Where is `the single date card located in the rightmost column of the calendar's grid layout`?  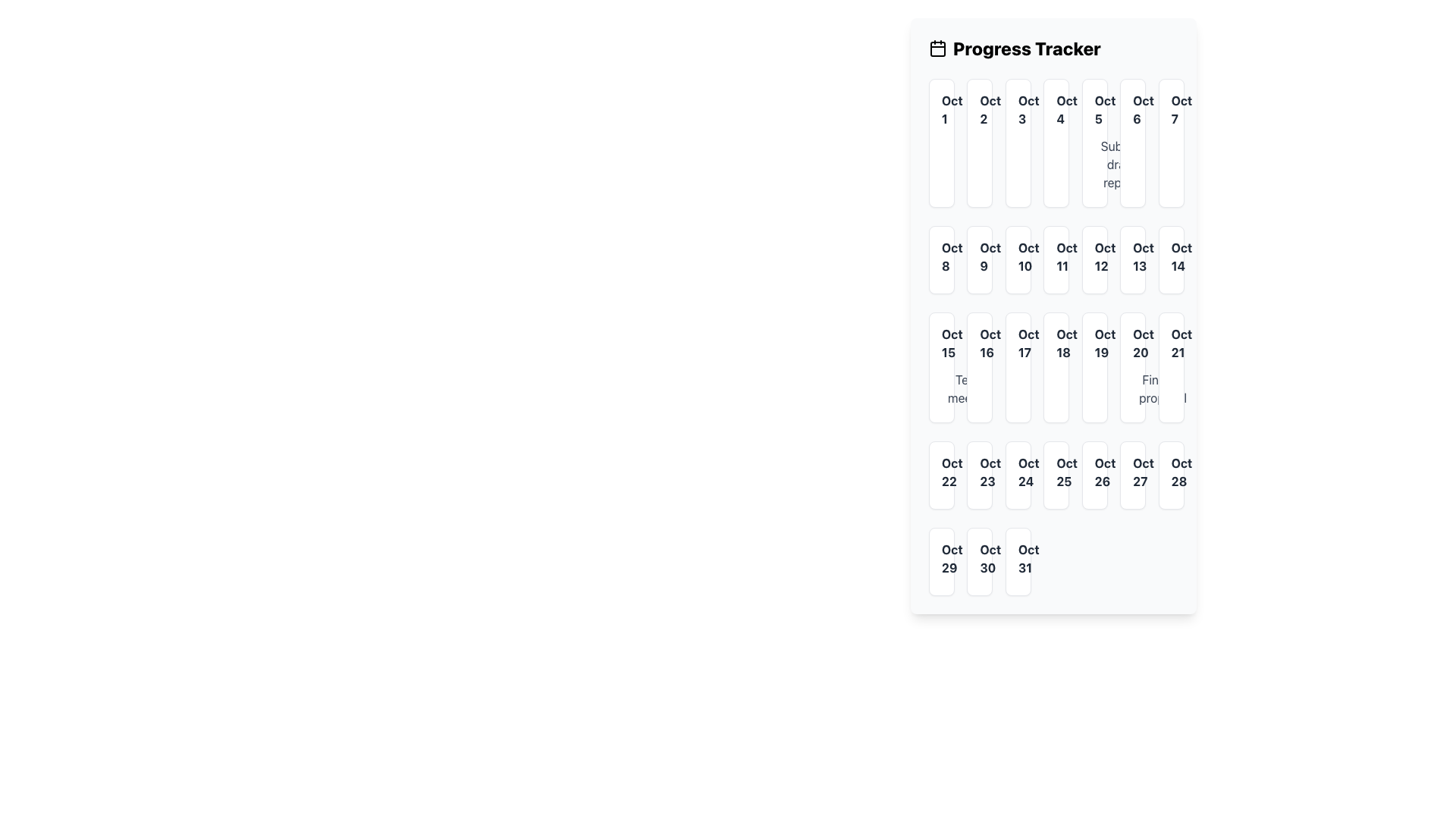 the single date card located in the rightmost column of the calendar's grid layout is located at coordinates (1133, 475).